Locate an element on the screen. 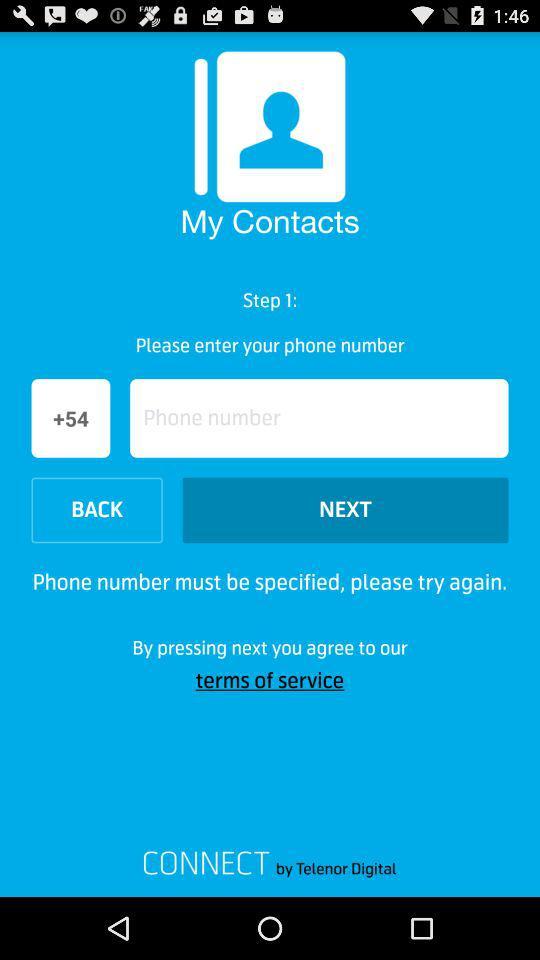  phone number entry box is located at coordinates (319, 417).